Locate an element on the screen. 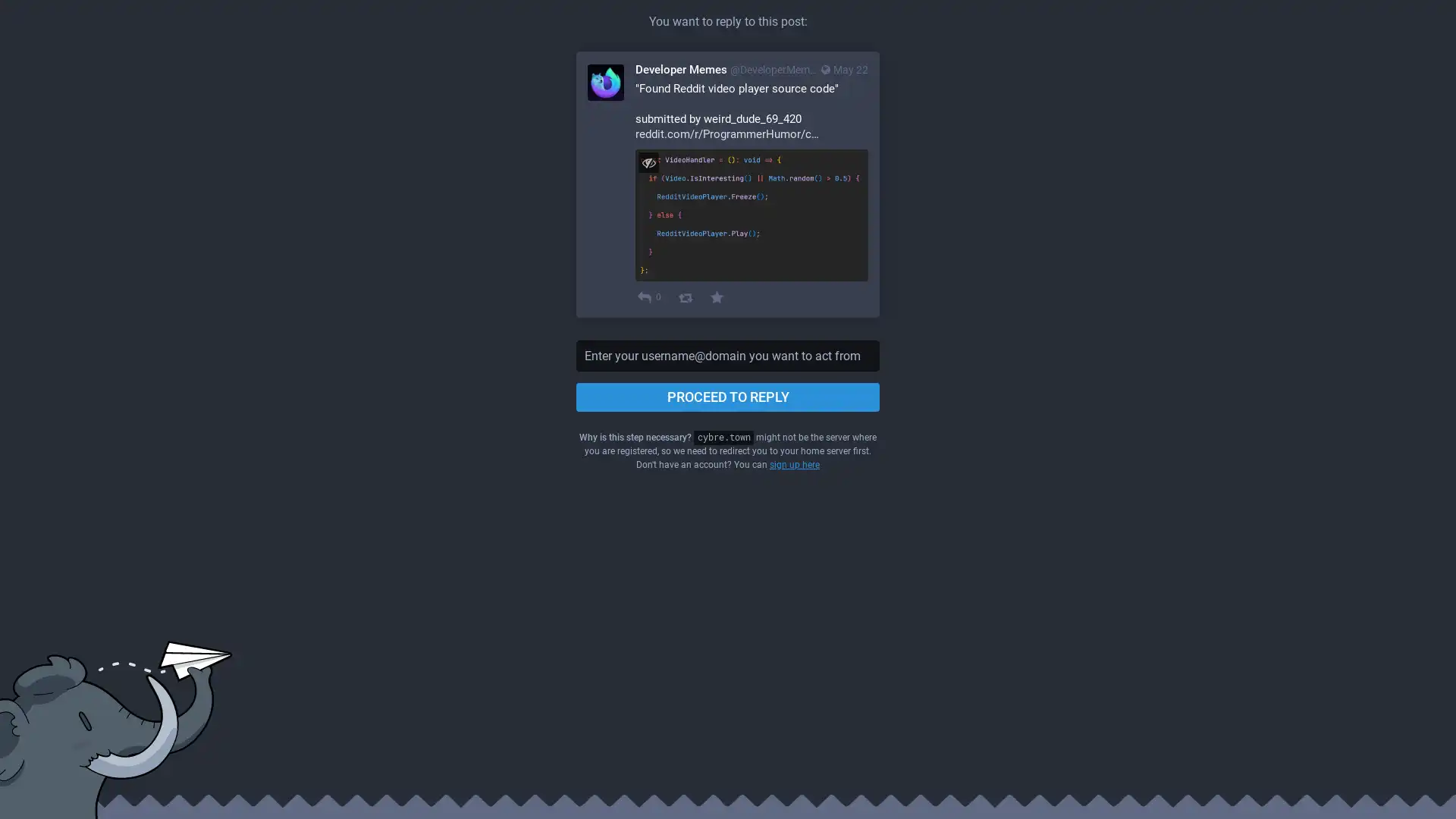 The width and height of the screenshot is (1456, 819). Hide image is located at coordinates (648, 162).